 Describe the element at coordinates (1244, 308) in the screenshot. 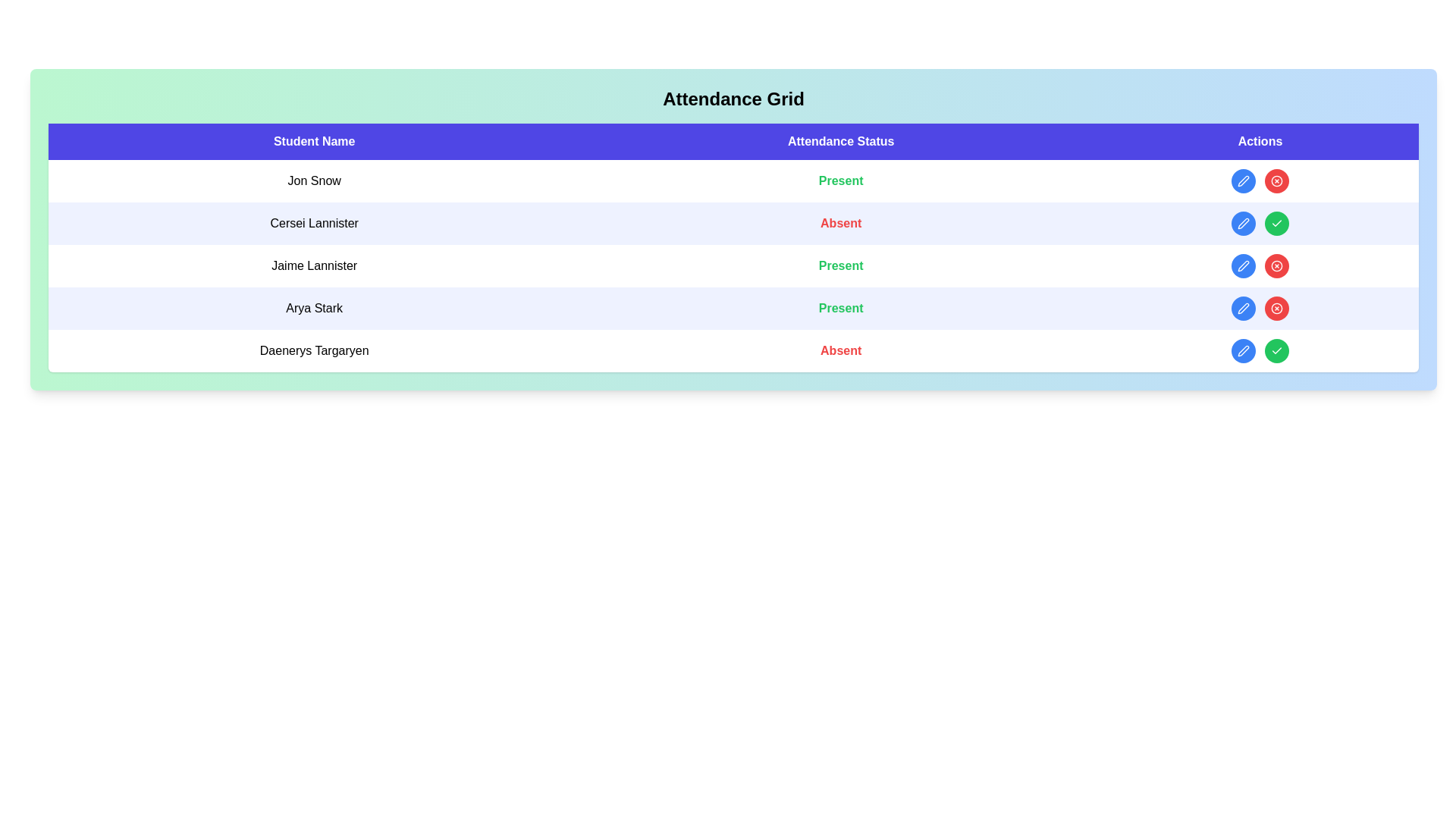

I see `edit button for the student identified by Arya Stark` at that location.